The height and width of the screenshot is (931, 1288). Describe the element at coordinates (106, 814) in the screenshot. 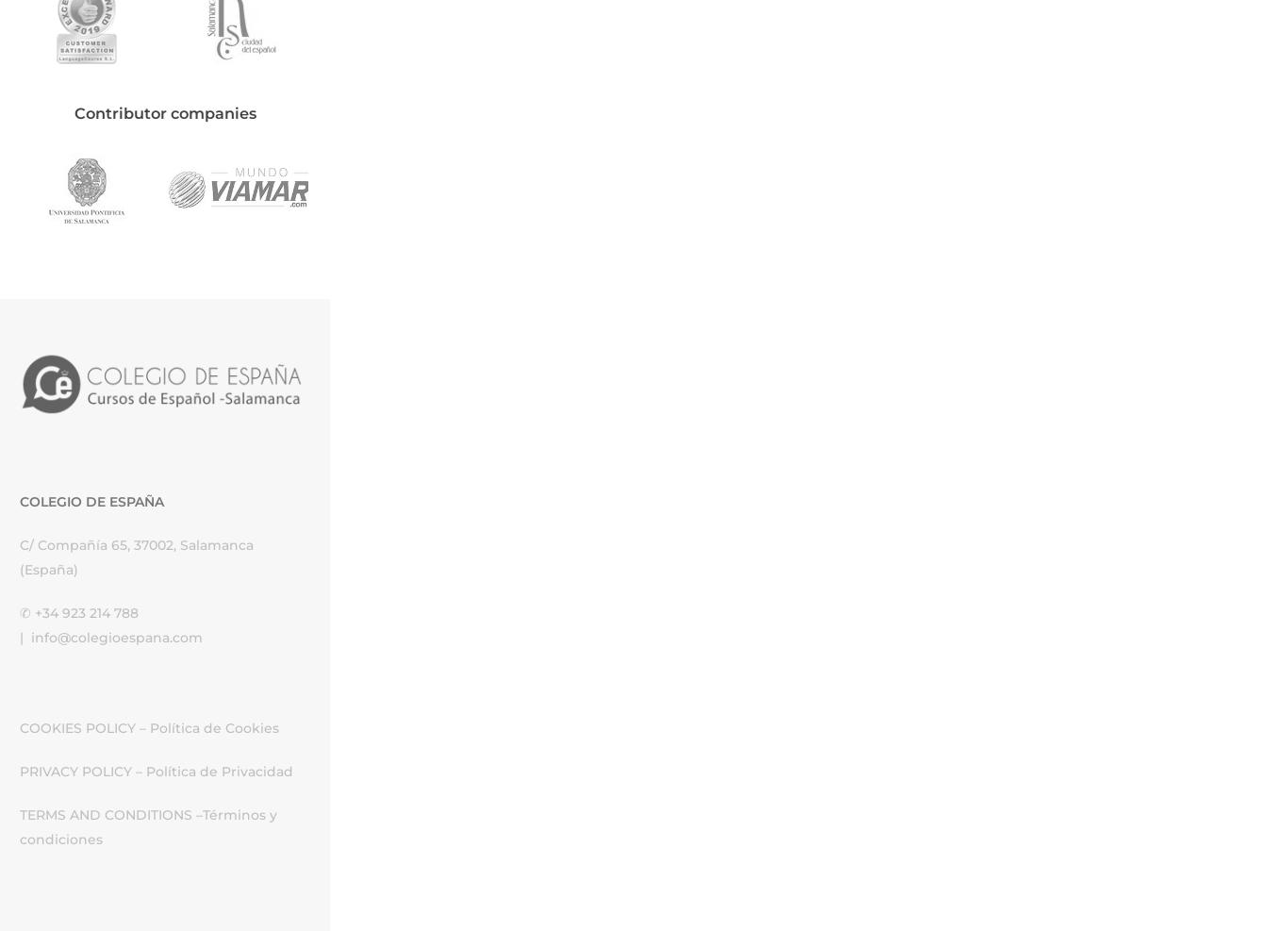

I see `'TERMS AND CONDITIONS'` at that location.